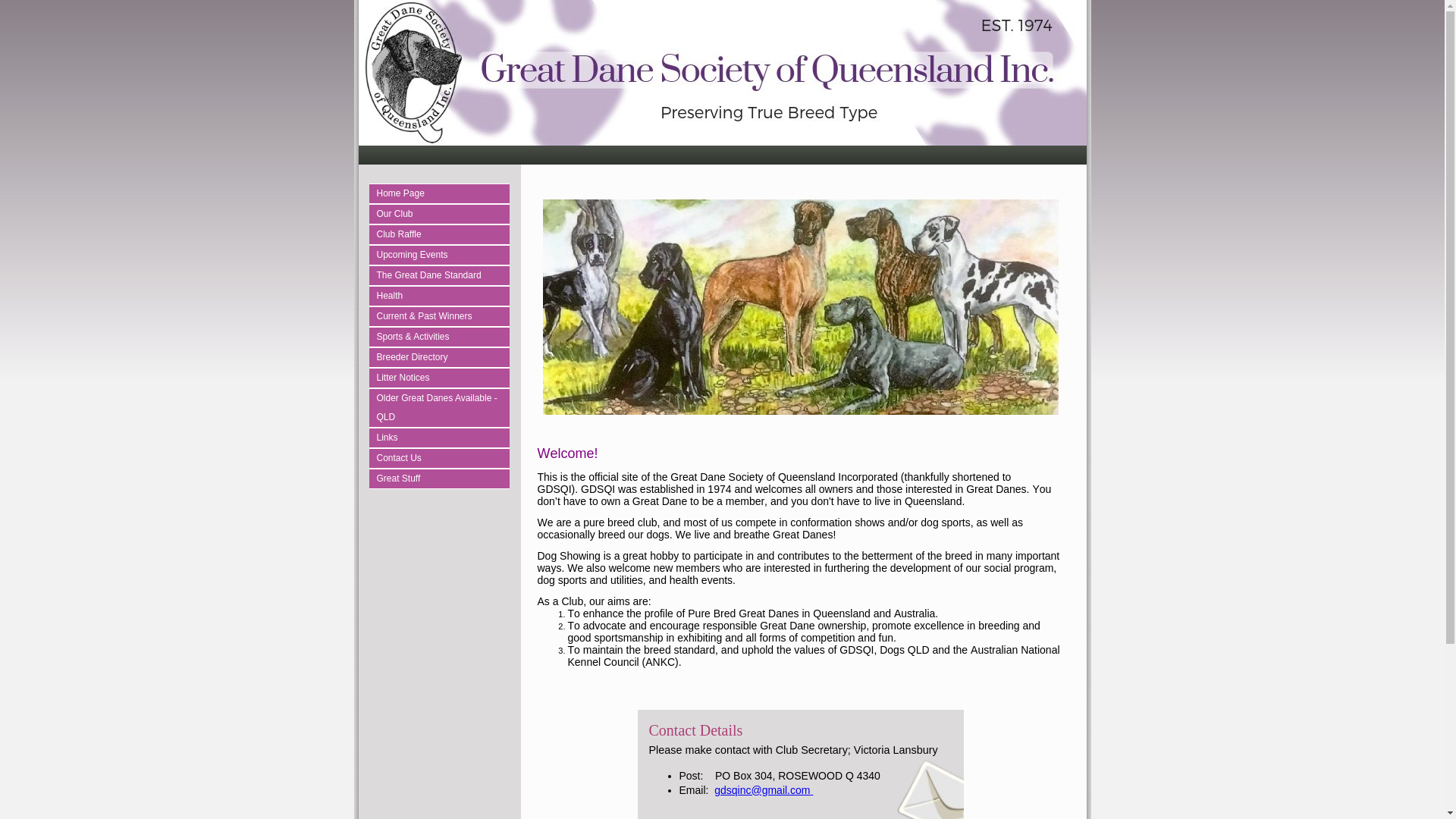 Image resolution: width=1456 pixels, height=819 pixels. What do you see at coordinates (441, 275) in the screenshot?
I see `'The Great Dane Standard'` at bounding box center [441, 275].